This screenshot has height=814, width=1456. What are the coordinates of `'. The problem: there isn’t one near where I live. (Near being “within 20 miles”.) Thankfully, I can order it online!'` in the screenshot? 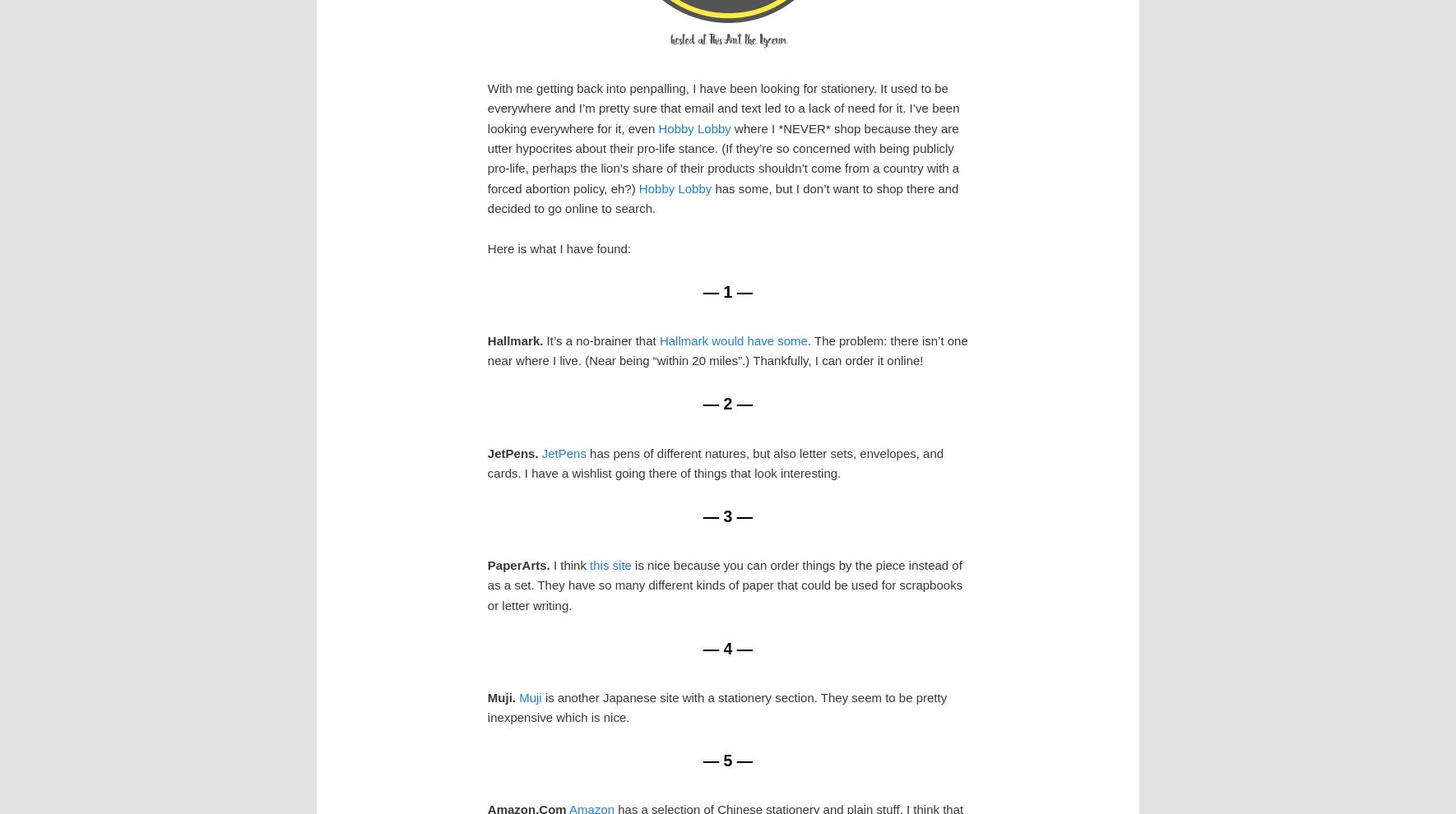 It's located at (726, 349).